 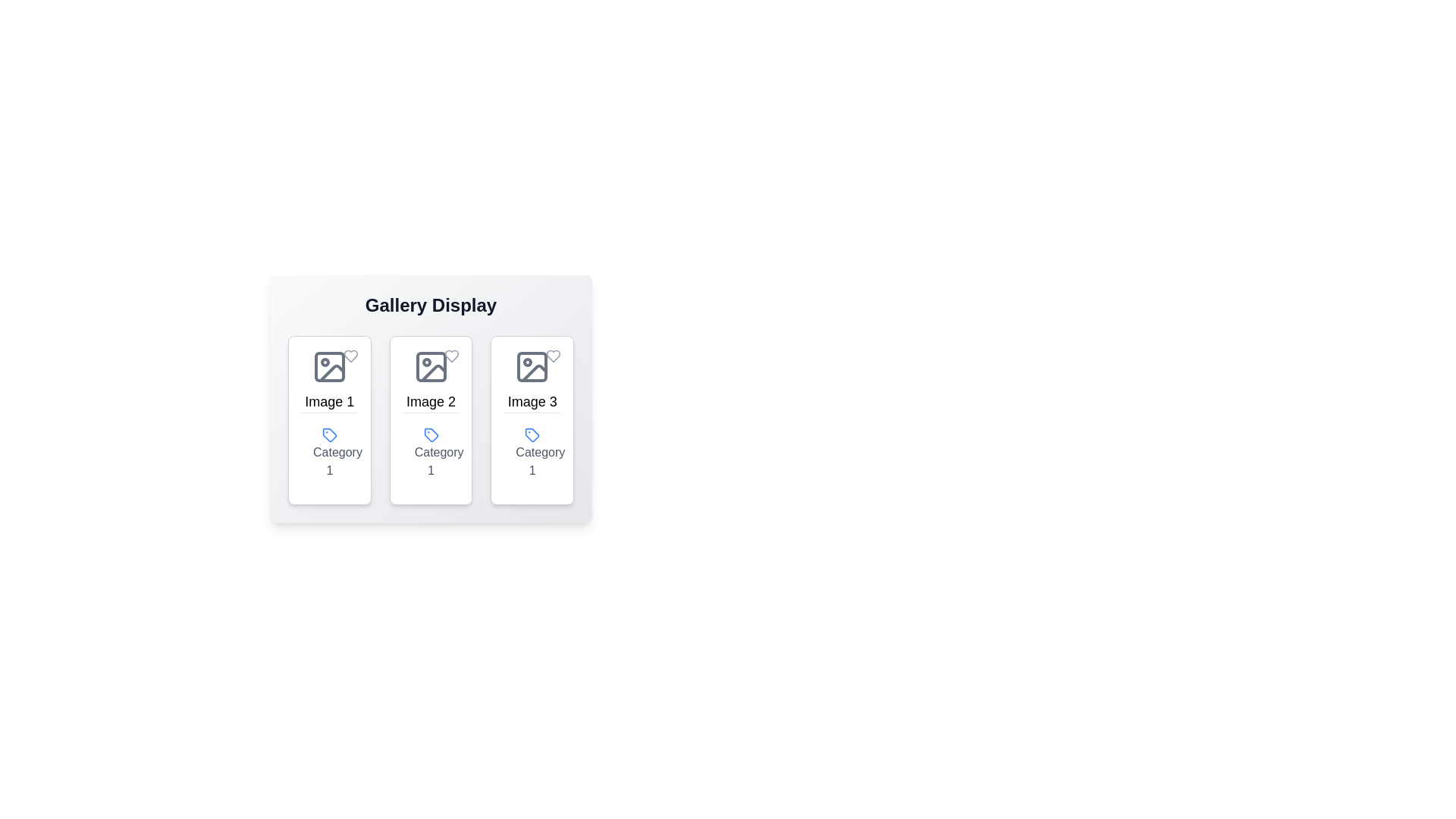 I want to click on the favoriting icon button located at the top-right corner of the card labeled 'Image 1 Category 1' to change its color, so click(x=350, y=356).